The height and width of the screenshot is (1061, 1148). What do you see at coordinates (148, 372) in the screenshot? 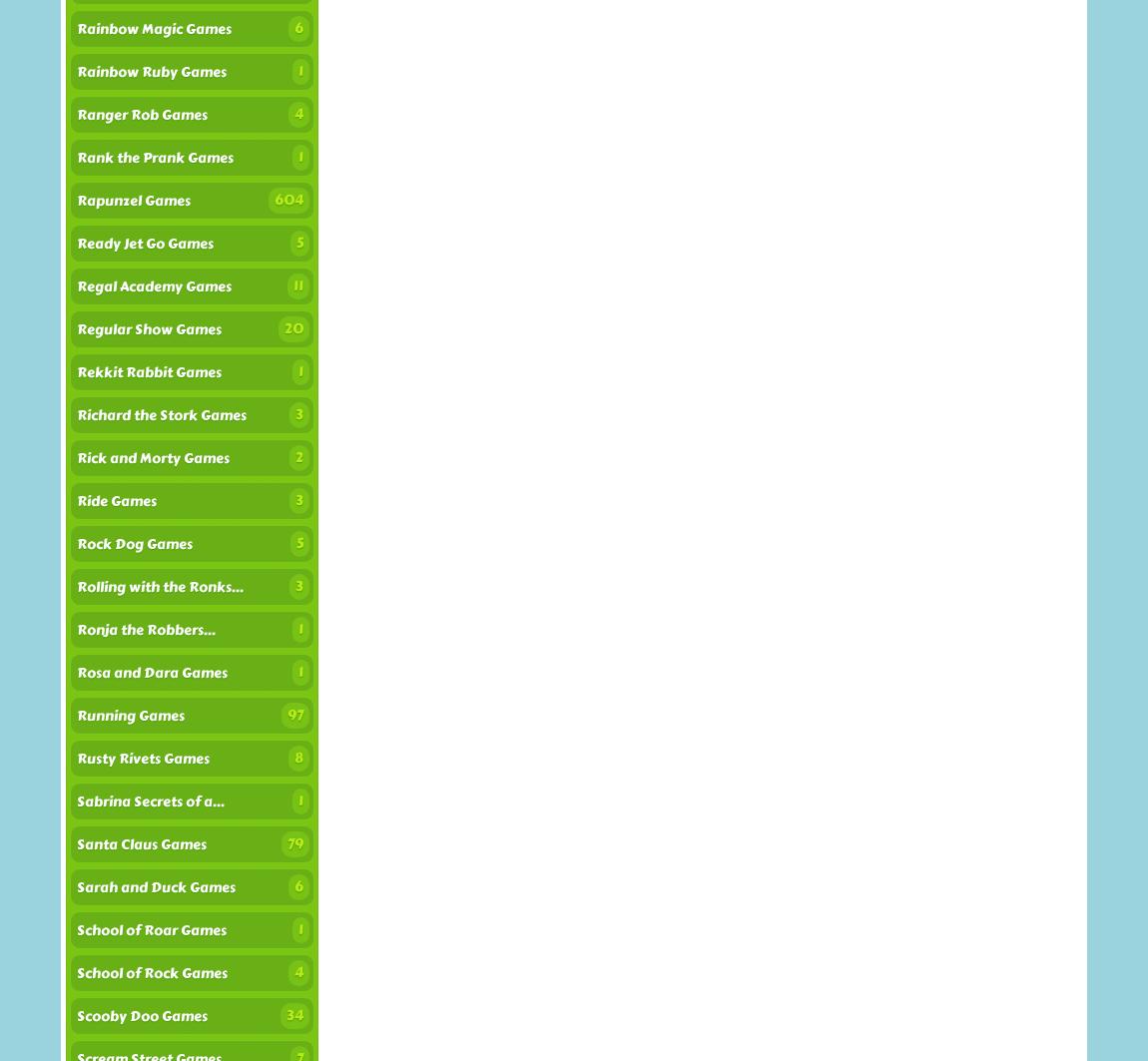
I see `'Rekkit Rabbit Games'` at bounding box center [148, 372].